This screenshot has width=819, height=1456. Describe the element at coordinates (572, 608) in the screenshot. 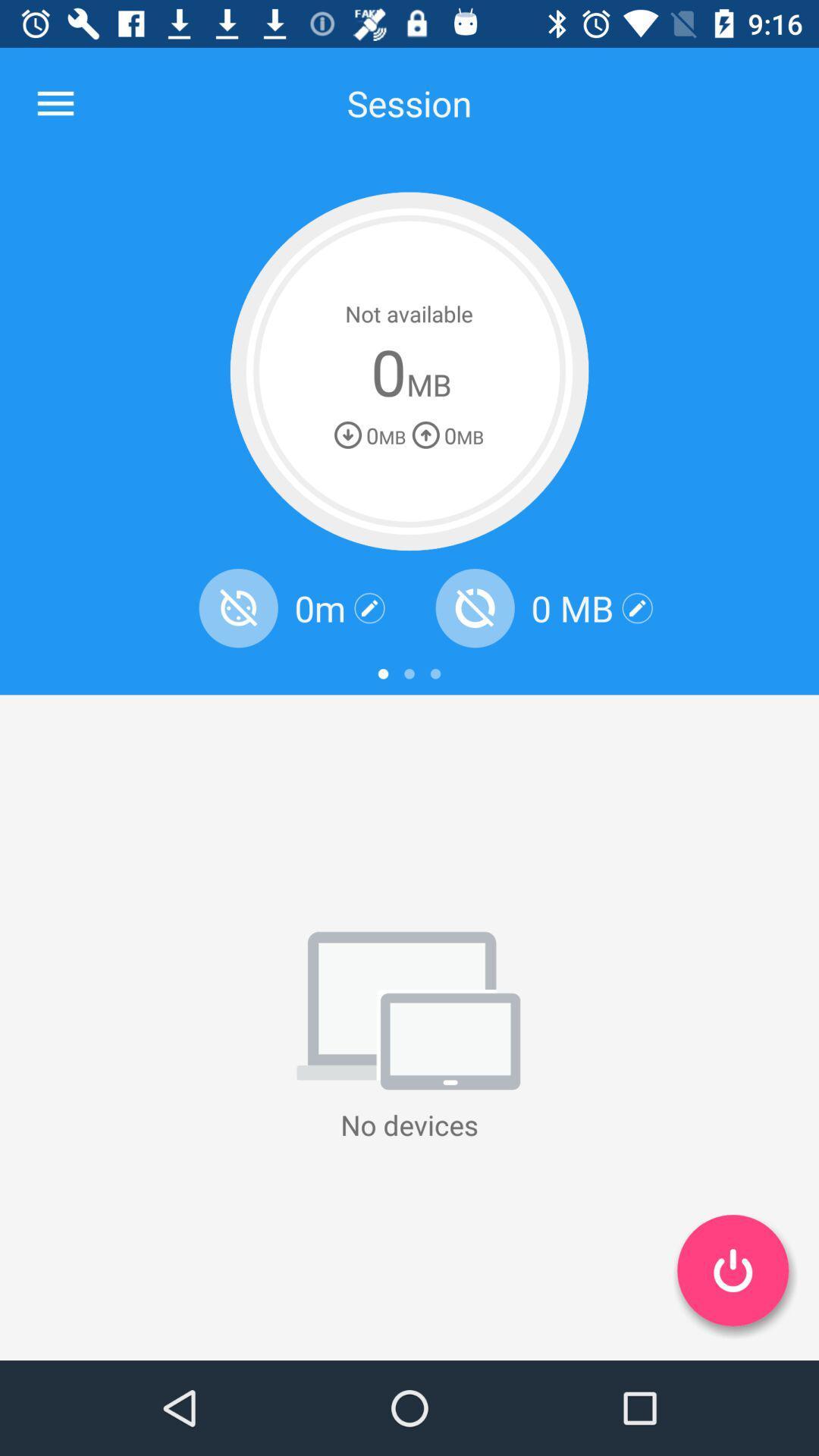

I see `0 mb item` at that location.